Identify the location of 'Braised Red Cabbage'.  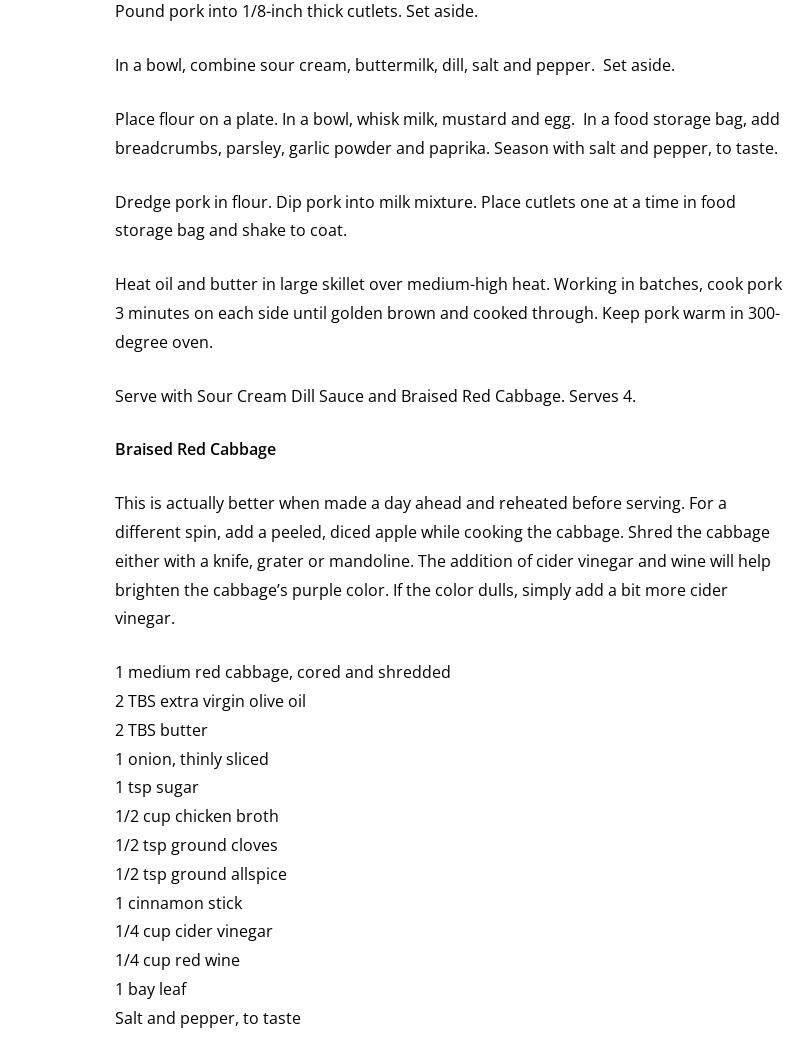
(194, 447).